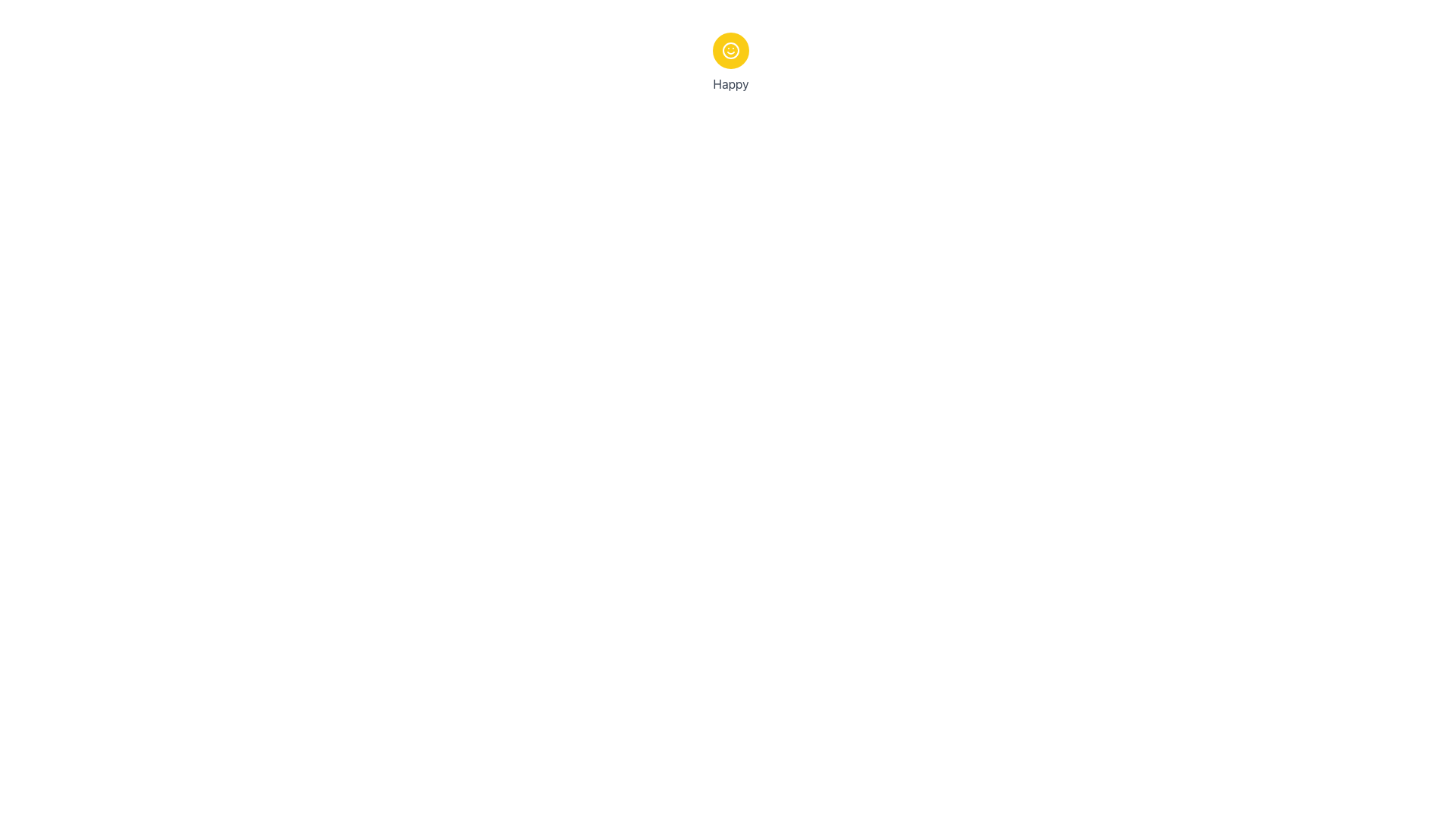 The width and height of the screenshot is (1456, 819). What do you see at coordinates (731, 84) in the screenshot?
I see `the informational text label that conveys the mood or status as 'Happy', positioned below a yellow circular icon with a smiley face` at bounding box center [731, 84].